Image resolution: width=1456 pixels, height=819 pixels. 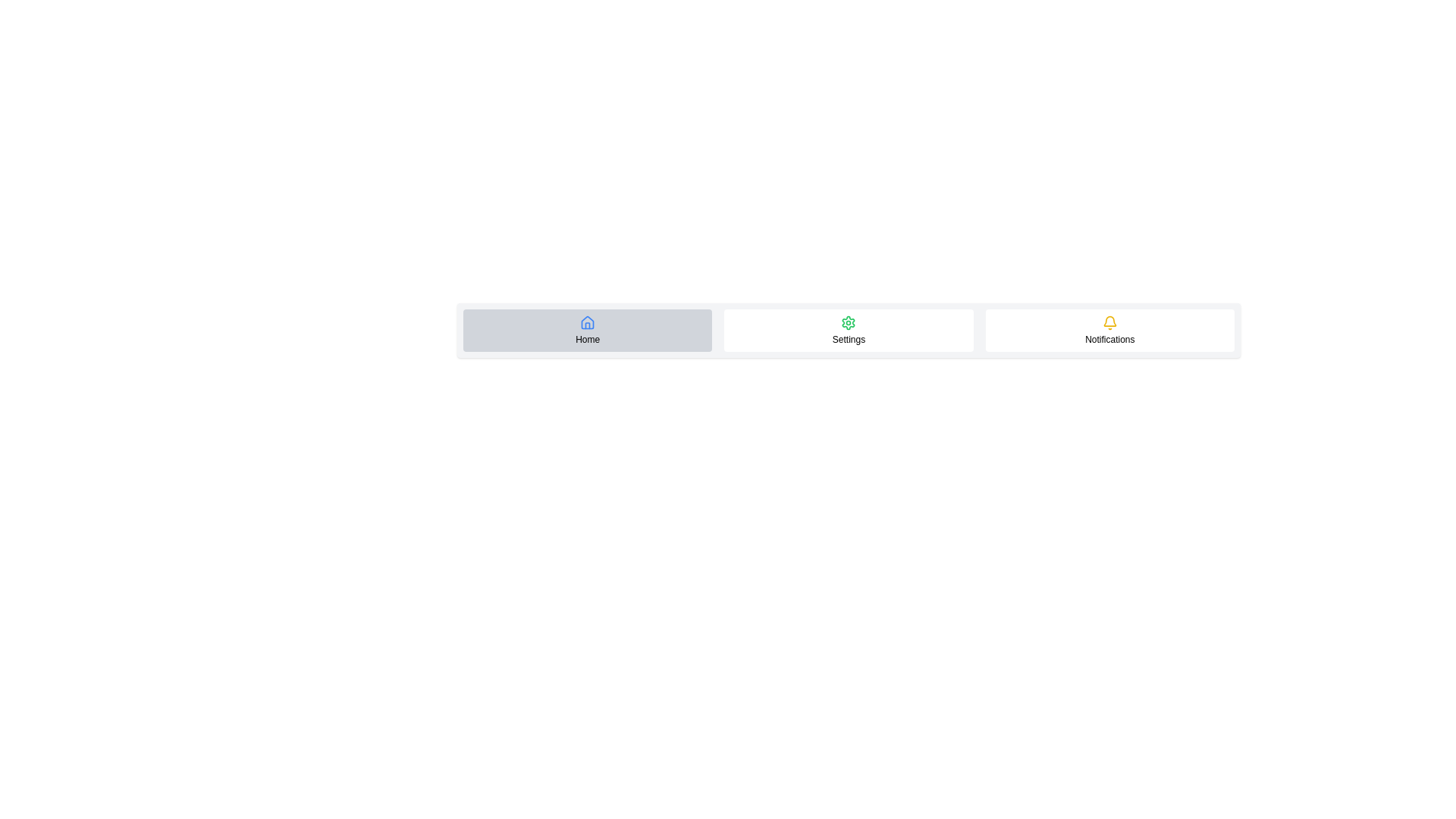 I want to click on the 'Notifications' text label, so click(x=1109, y=338).